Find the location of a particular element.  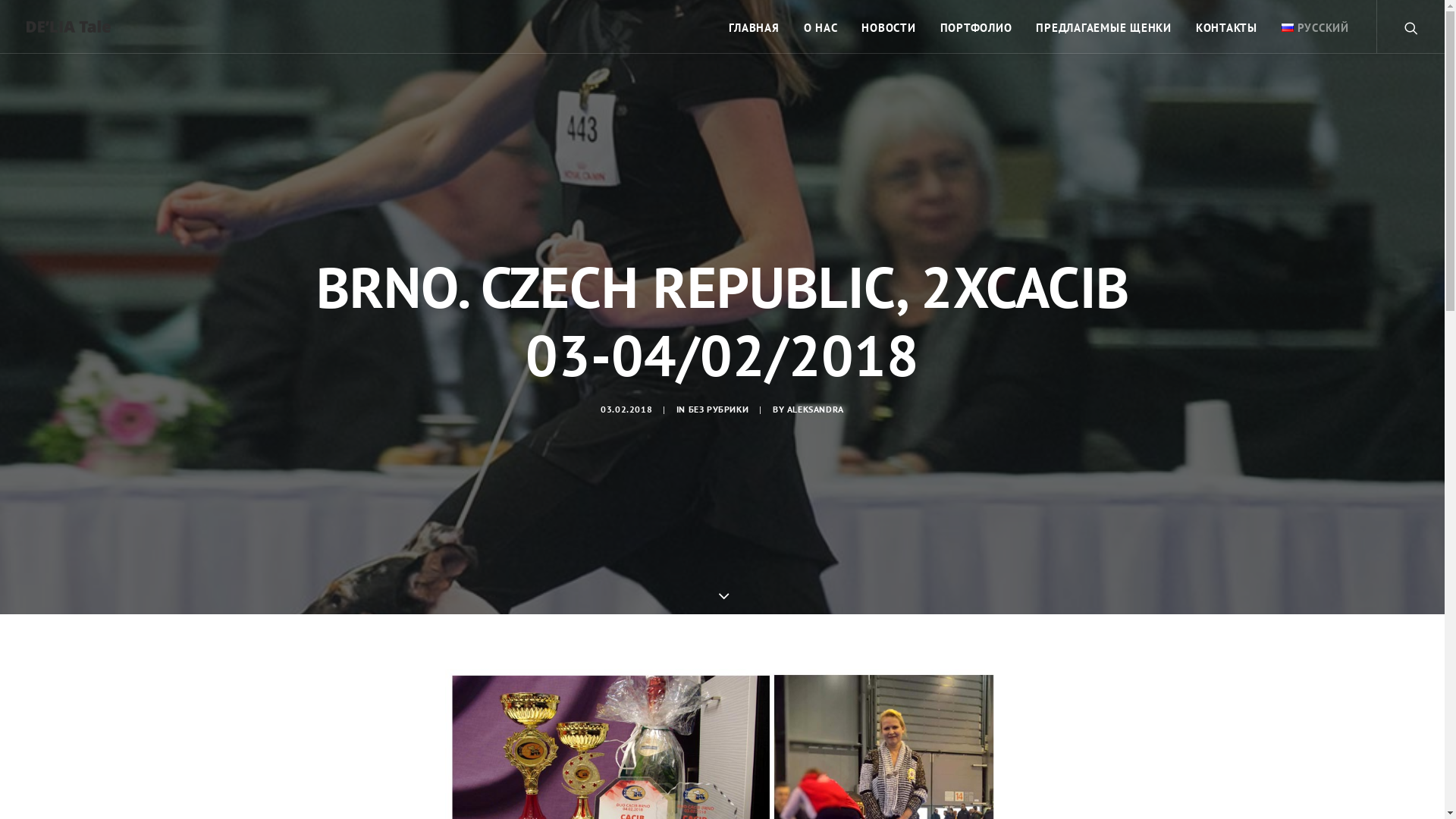

'ALEKSANDRA' is located at coordinates (786, 408).